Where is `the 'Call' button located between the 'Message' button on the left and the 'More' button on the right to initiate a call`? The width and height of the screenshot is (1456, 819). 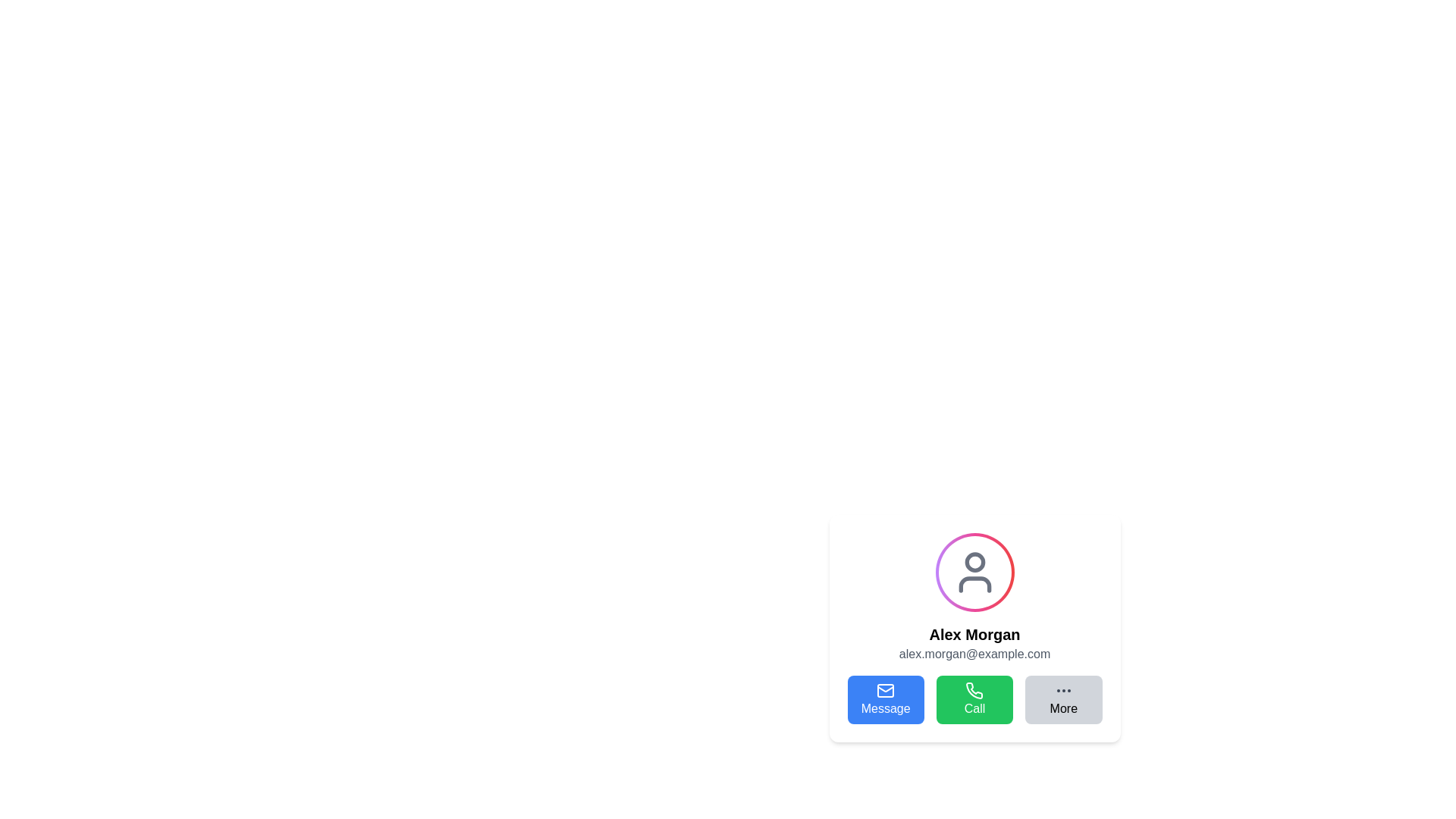
the 'Call' button located between the 'Message' button on the left and the 'More' button on the right to initiate a call is located at coordinates (974, 699).